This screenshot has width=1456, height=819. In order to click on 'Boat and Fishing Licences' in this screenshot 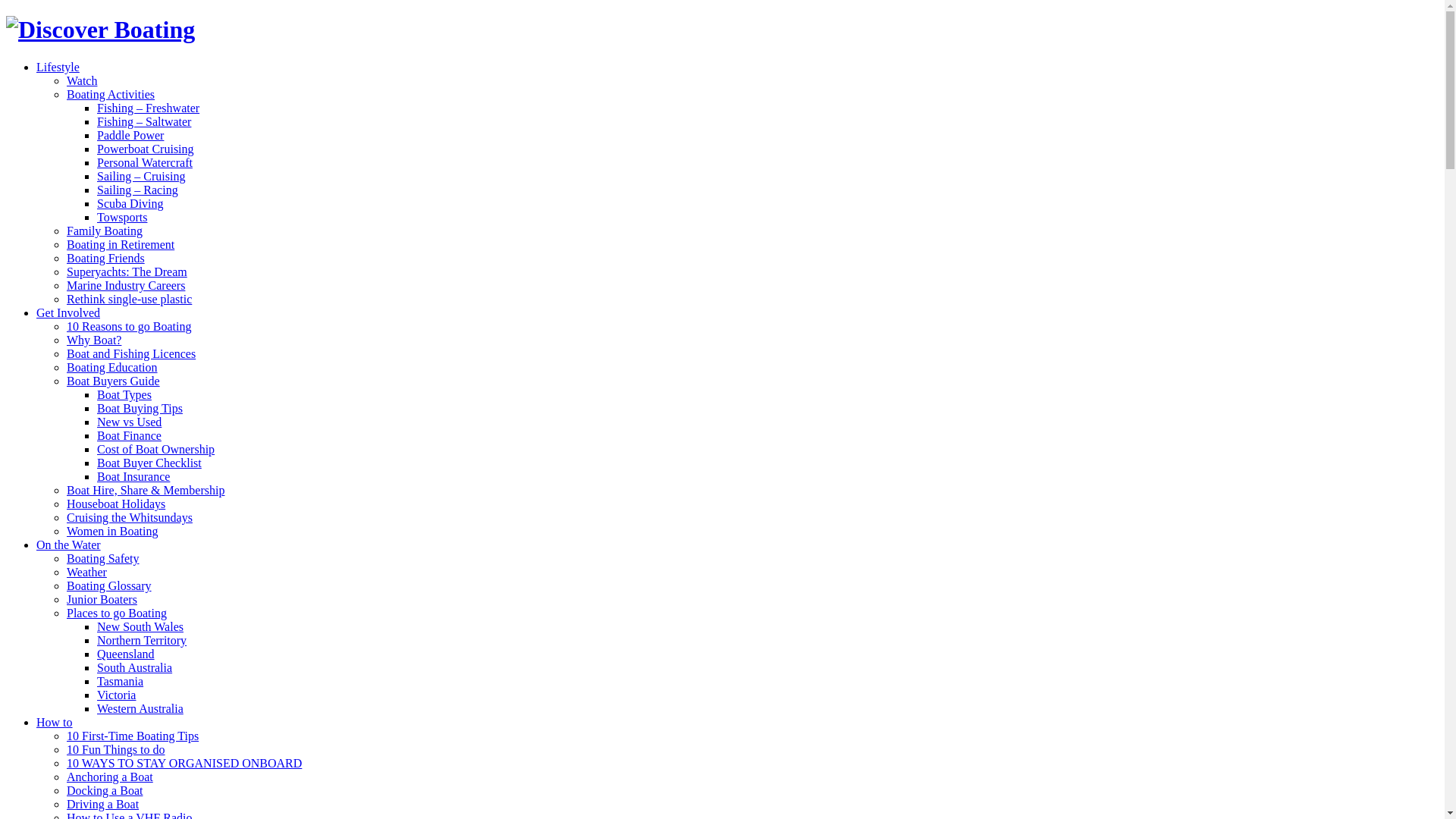, I will do `click(130, 353)`.